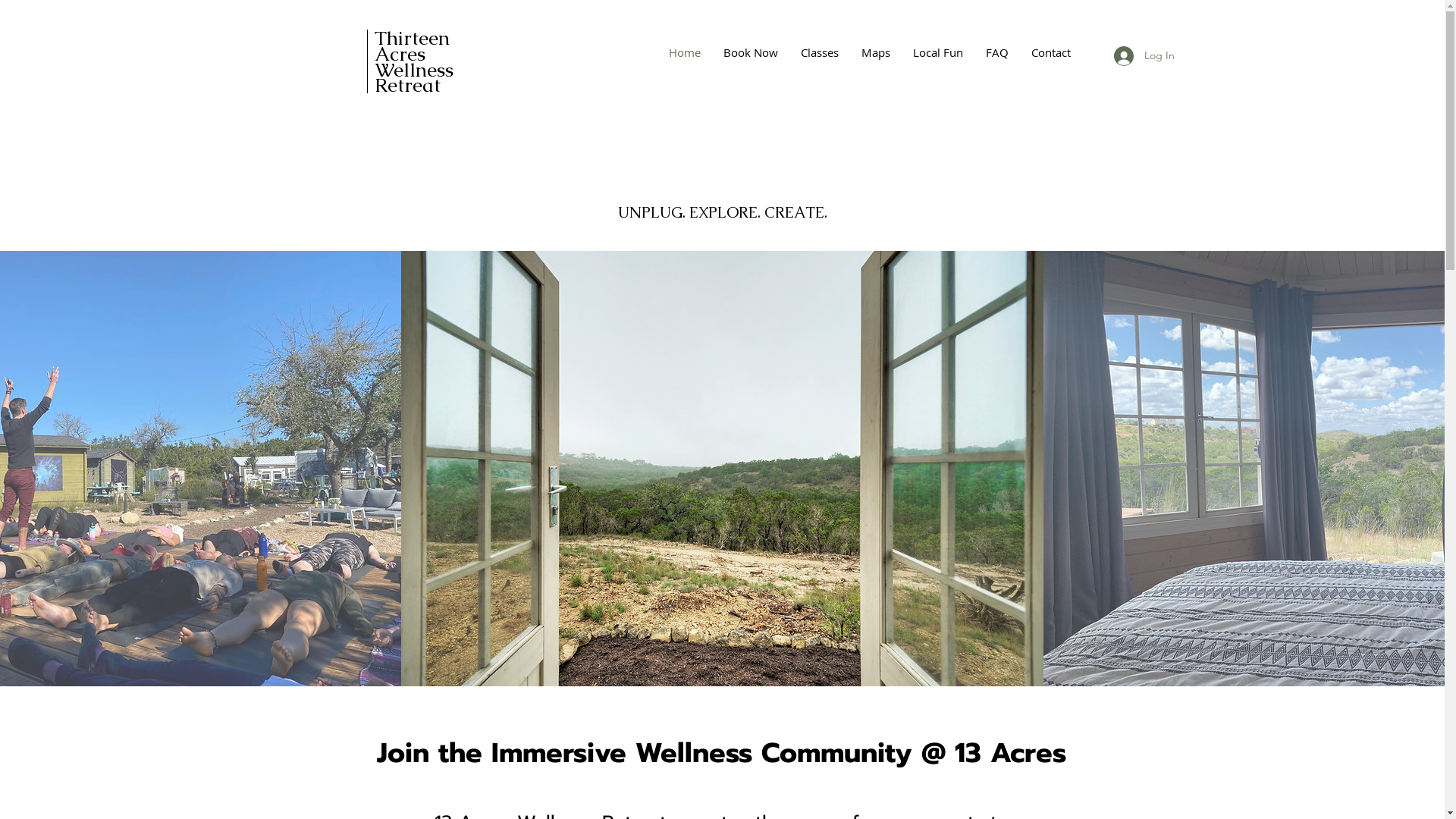 The width and height of the screenshot is (1456, 819). Describe the element at coordinates (1050, 52) in the screenshot. I see `'Contact'` at that location.